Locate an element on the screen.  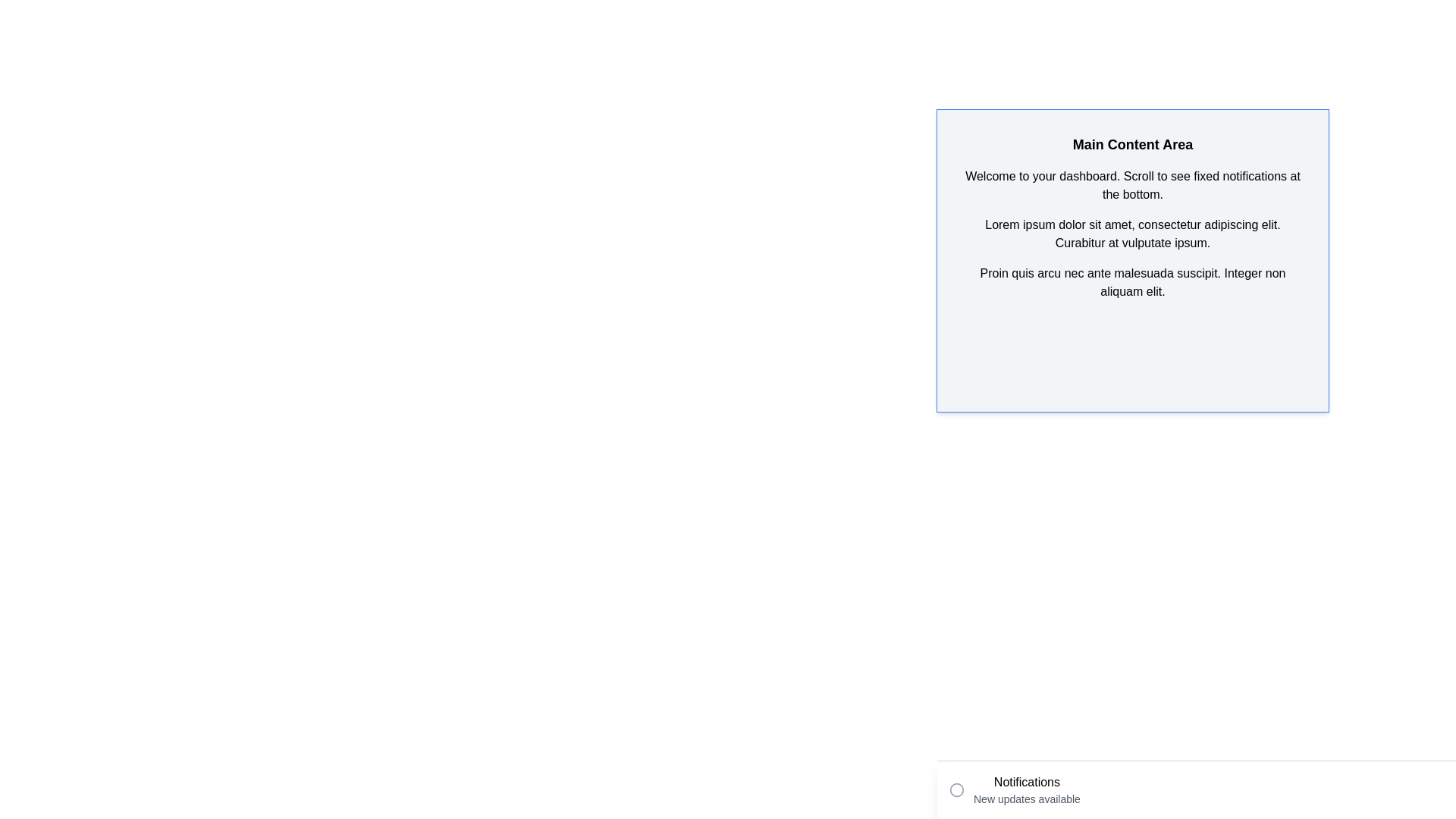
the notification message text label located beneath the 'Notifications' header is located at coordinates (1027, 798).